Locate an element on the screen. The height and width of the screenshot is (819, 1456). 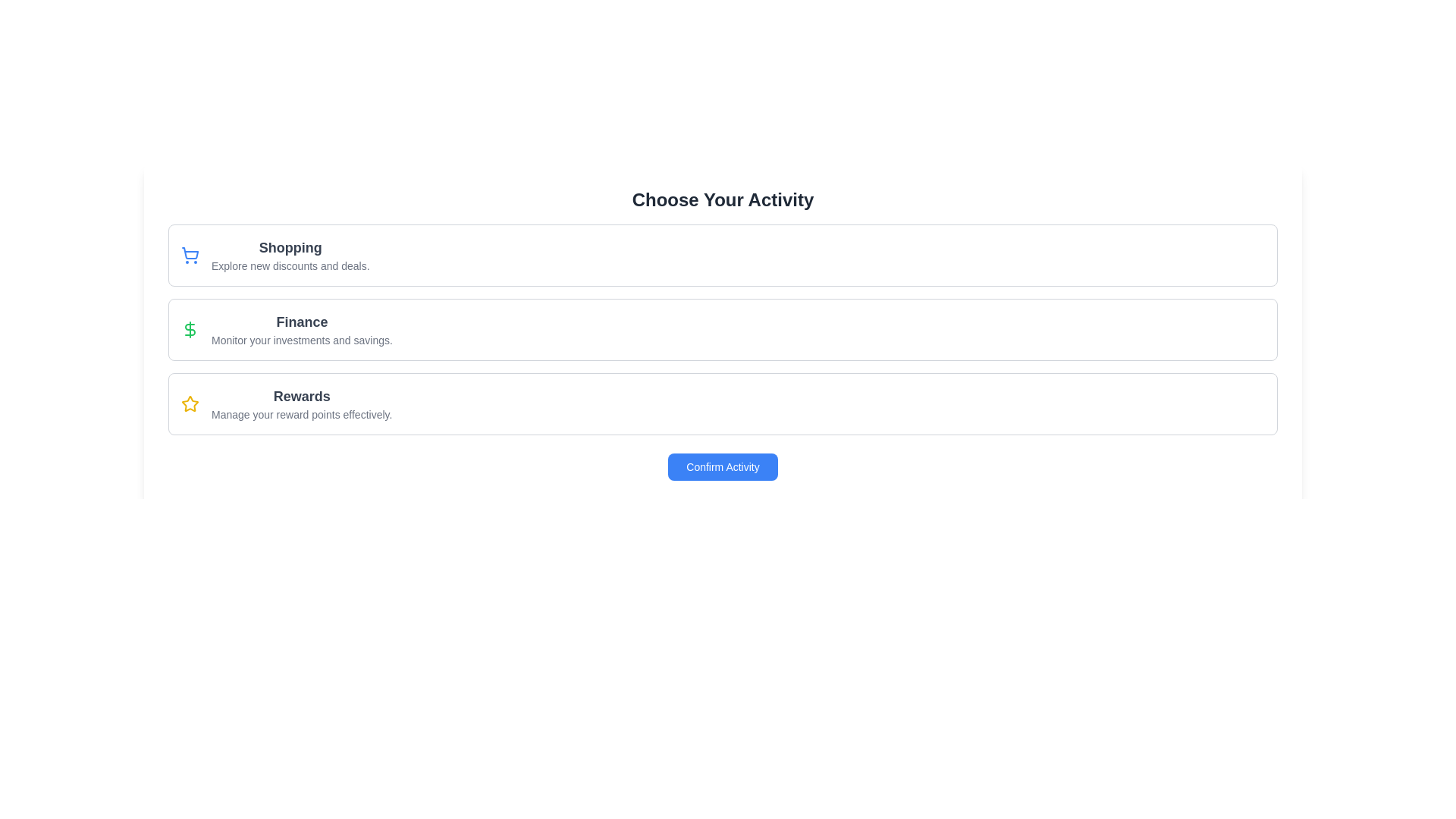
descriptive text located directly below the 'Shopping' heading and icon, which provides additional context for the Shopping section is located at coordinates (290, 265).